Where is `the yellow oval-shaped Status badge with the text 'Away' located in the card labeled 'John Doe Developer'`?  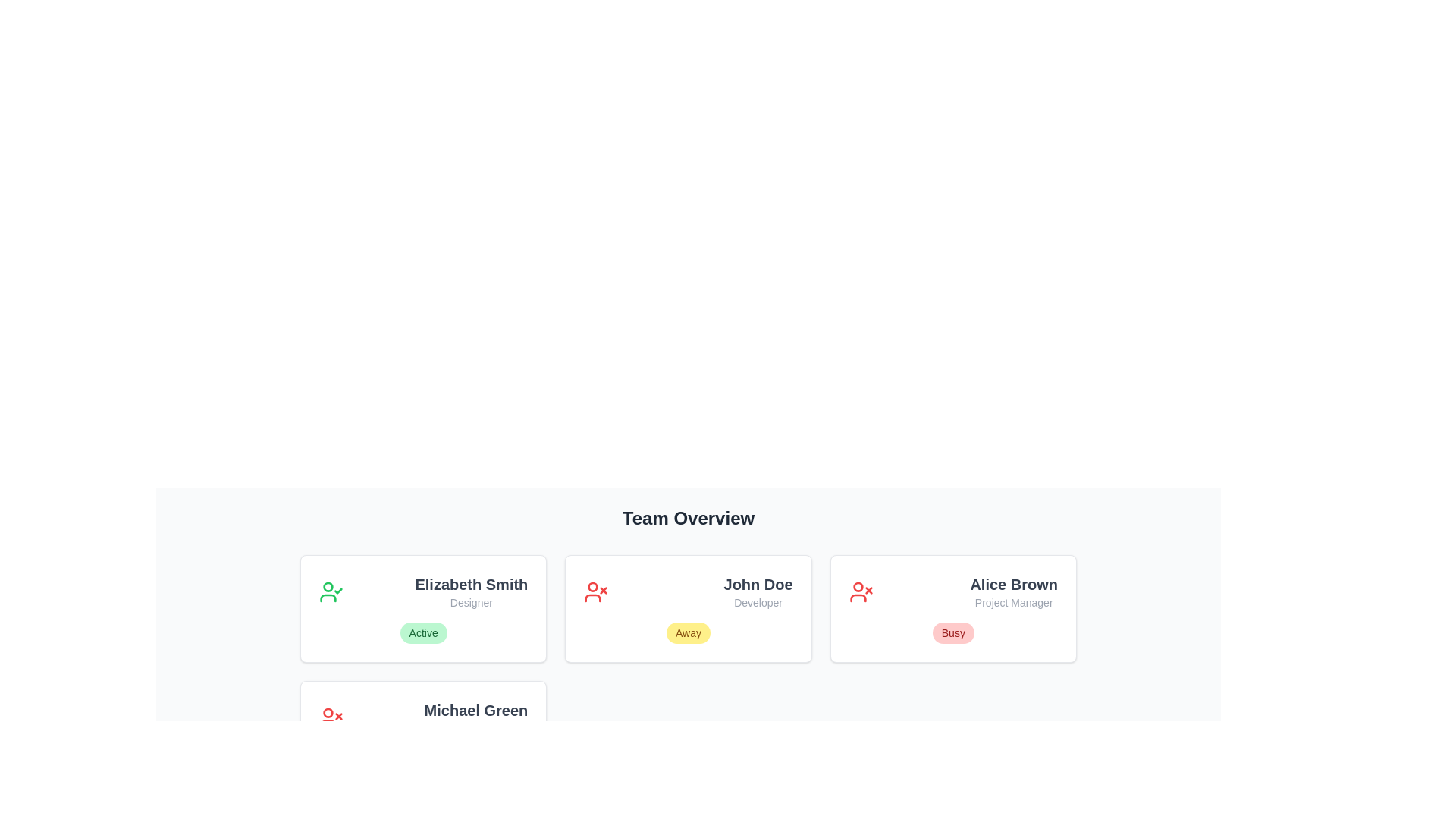
the yellow oval-shaped Status badge with the text 'Away' located in the card labeled 'John Doe Developer' is located at coordinates (687, 632).